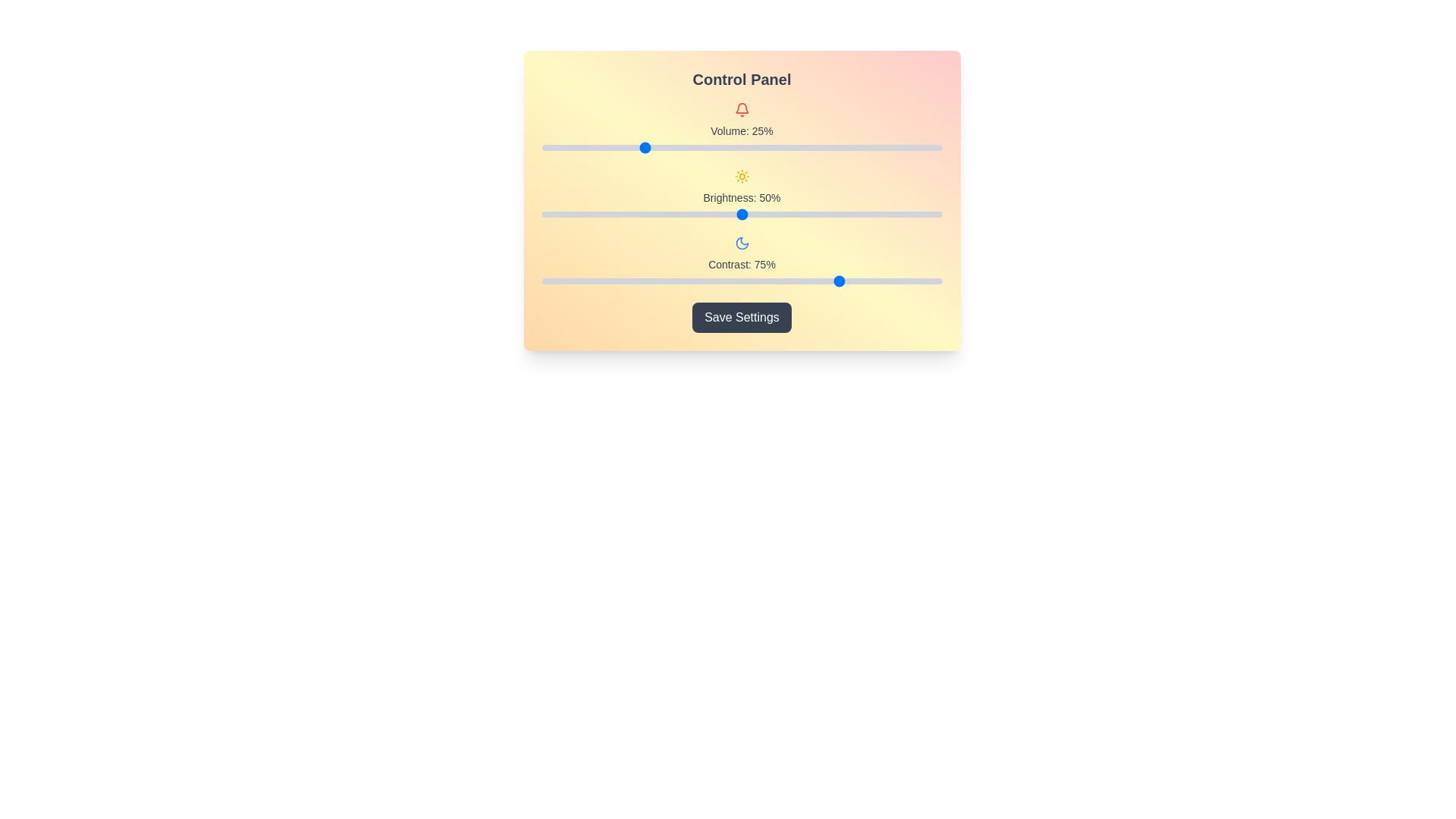  Describe the element at coordinates (654, 281) in the screenshot. I see `contrast level` at that location.